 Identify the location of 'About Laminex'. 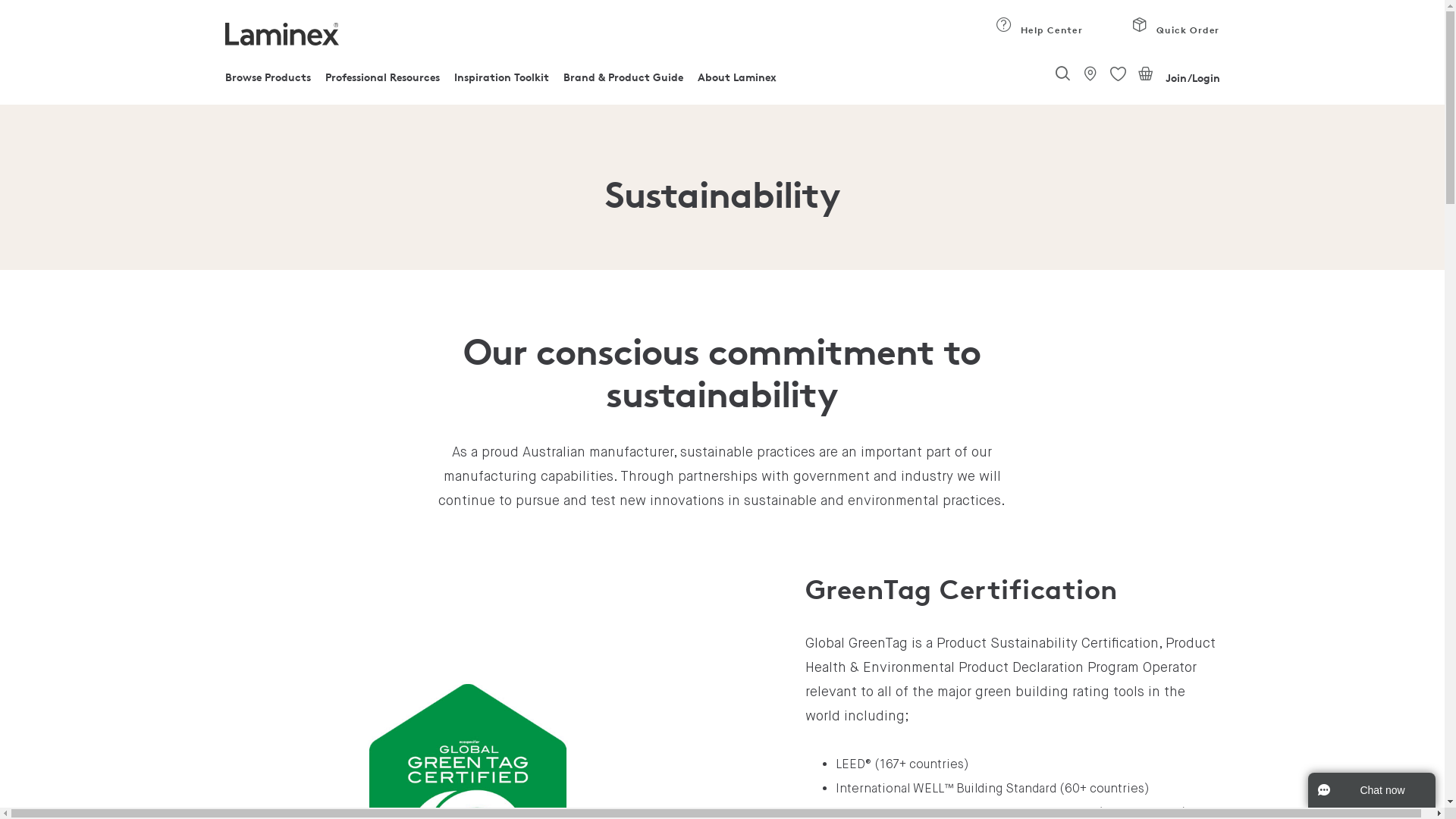
(736, 81).